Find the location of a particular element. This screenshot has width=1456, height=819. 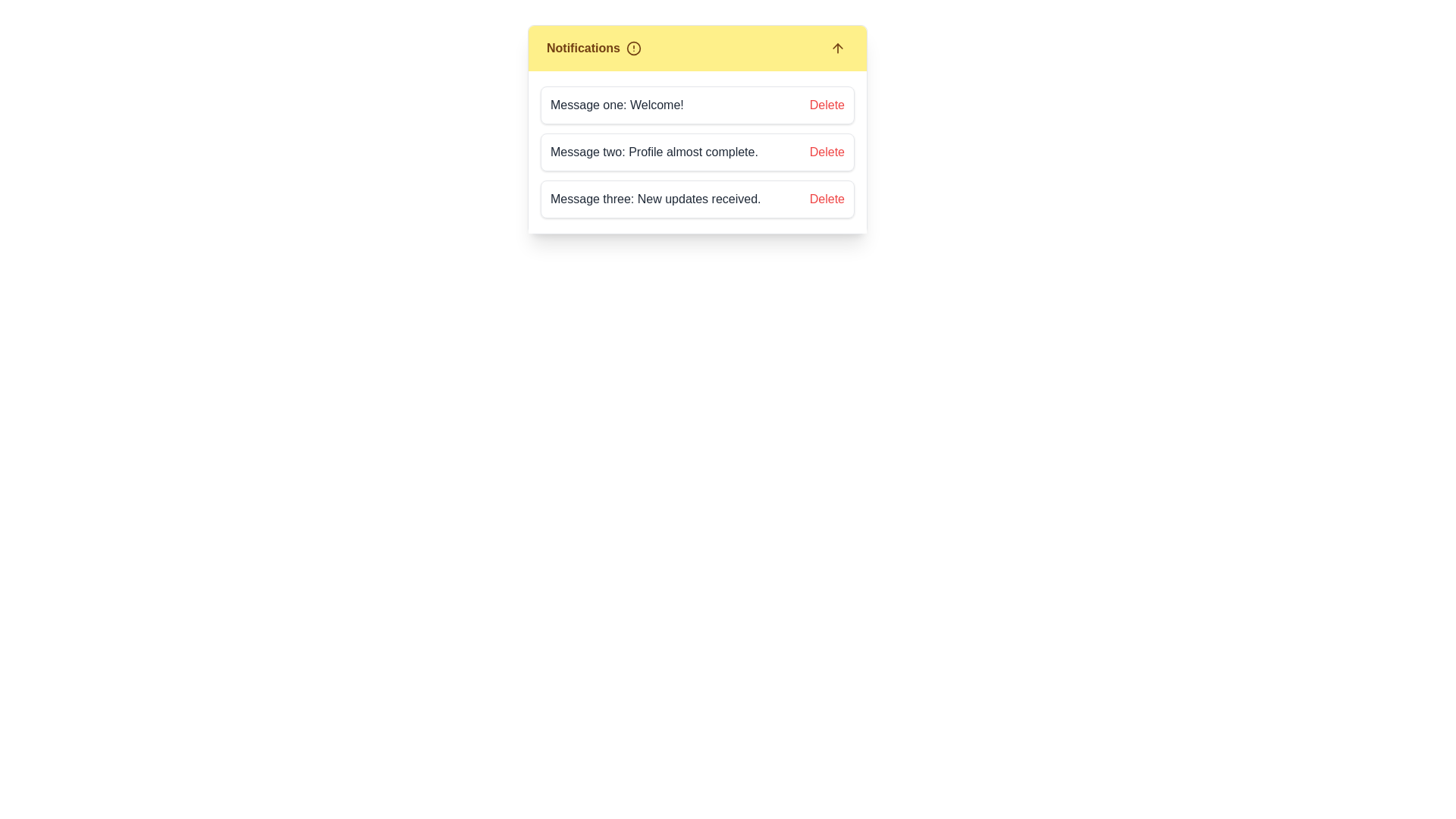

the 'Notifications' text label, which is bold and has a dark brown color on a yellow background, located at the top-left corner of the notification dropdown is located at coordinates (593, 48).